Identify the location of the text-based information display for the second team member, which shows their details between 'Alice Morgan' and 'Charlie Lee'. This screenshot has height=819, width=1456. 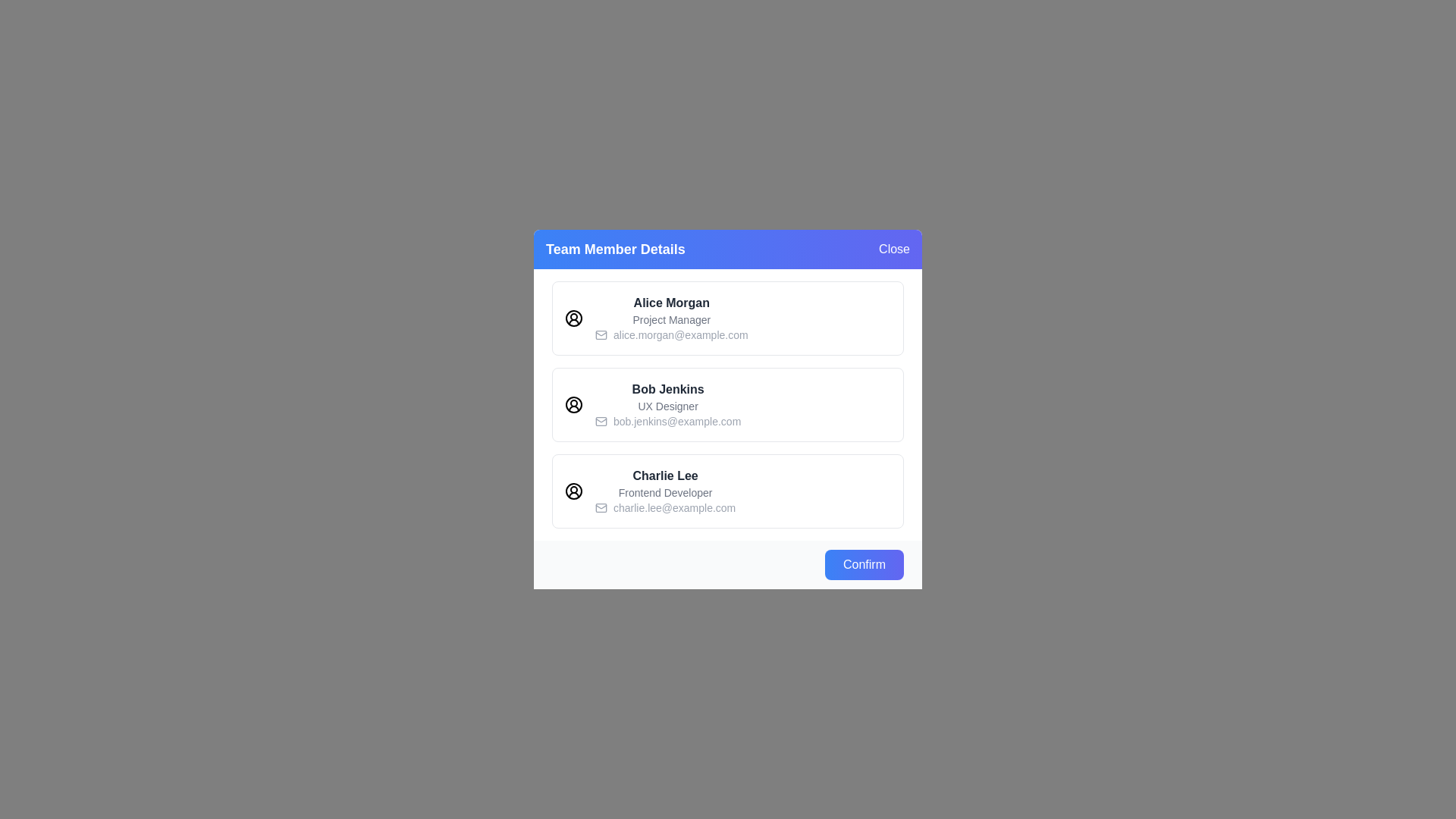
(667, 403).